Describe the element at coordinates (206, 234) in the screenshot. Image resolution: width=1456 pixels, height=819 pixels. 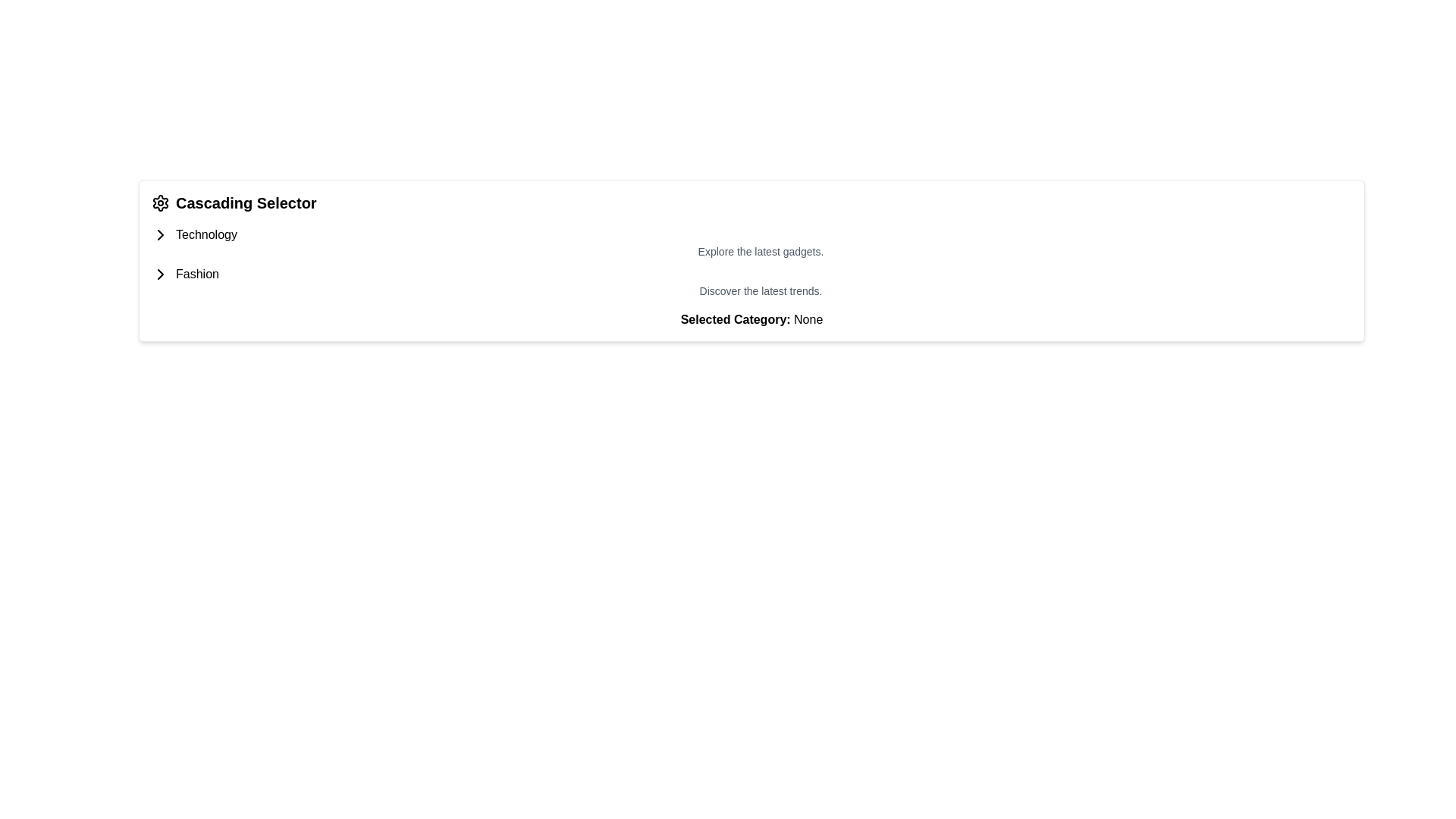
I see `the 'Technology' category text element in the cascading navigation menu` at that location.